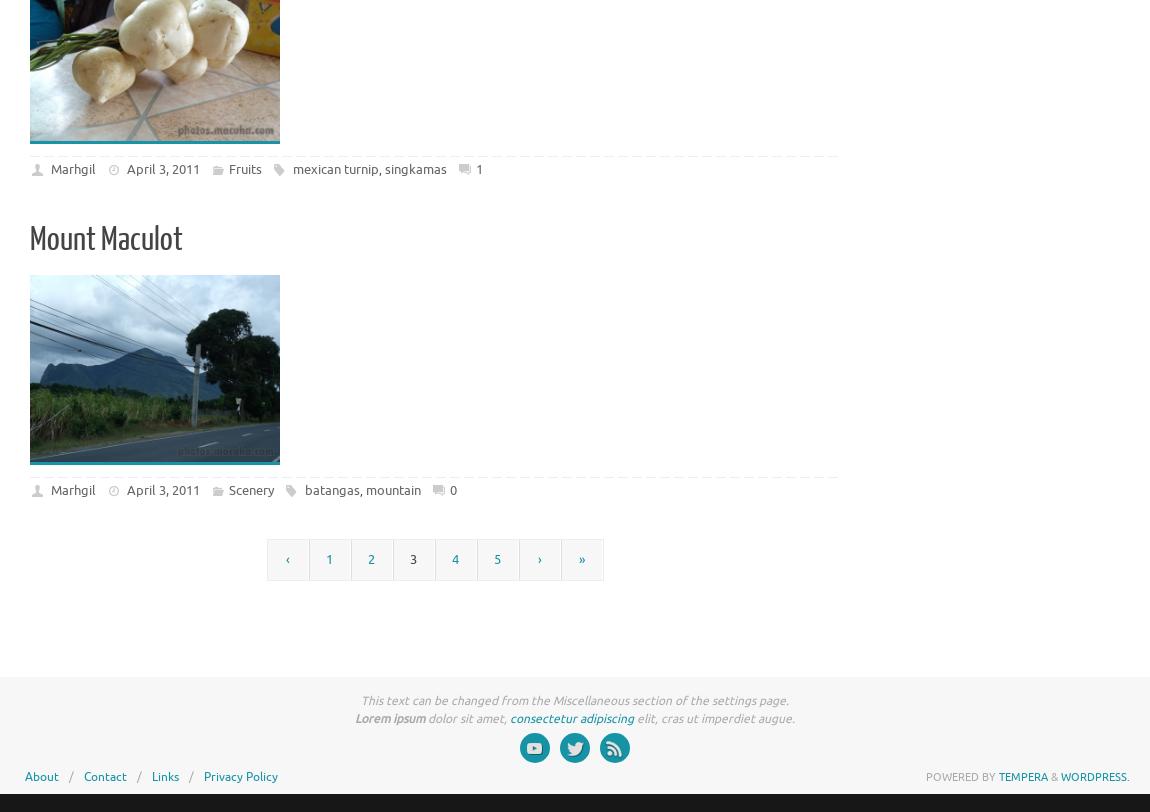  Describe the element at coordinates (40, 777) in the screenshot. I see `'About'` at that location.